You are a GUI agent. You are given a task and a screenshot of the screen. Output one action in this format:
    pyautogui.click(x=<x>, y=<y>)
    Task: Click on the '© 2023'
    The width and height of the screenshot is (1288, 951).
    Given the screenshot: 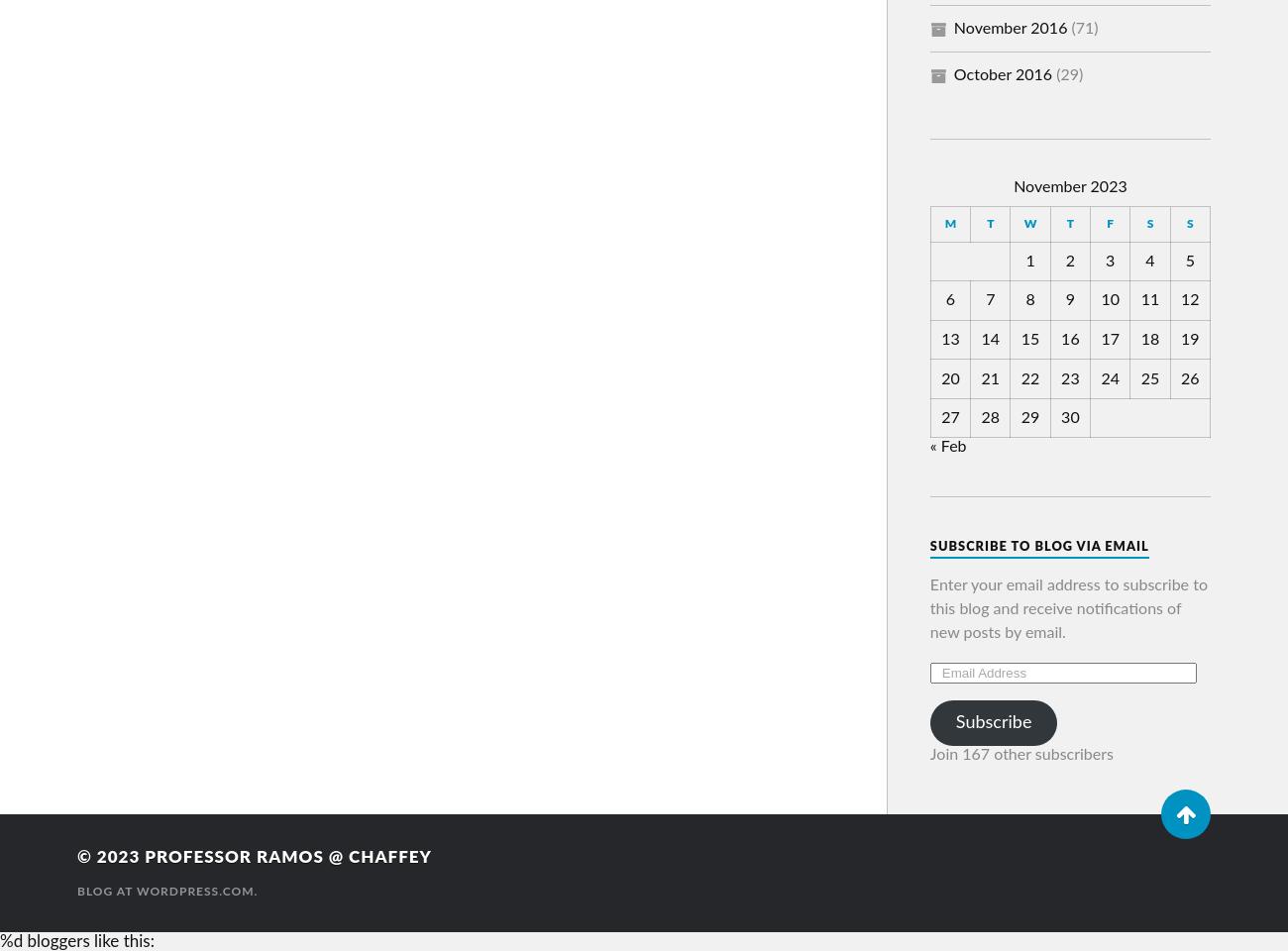 What is the action you would take?
    pyautogui.click(x=77, y=856)
    